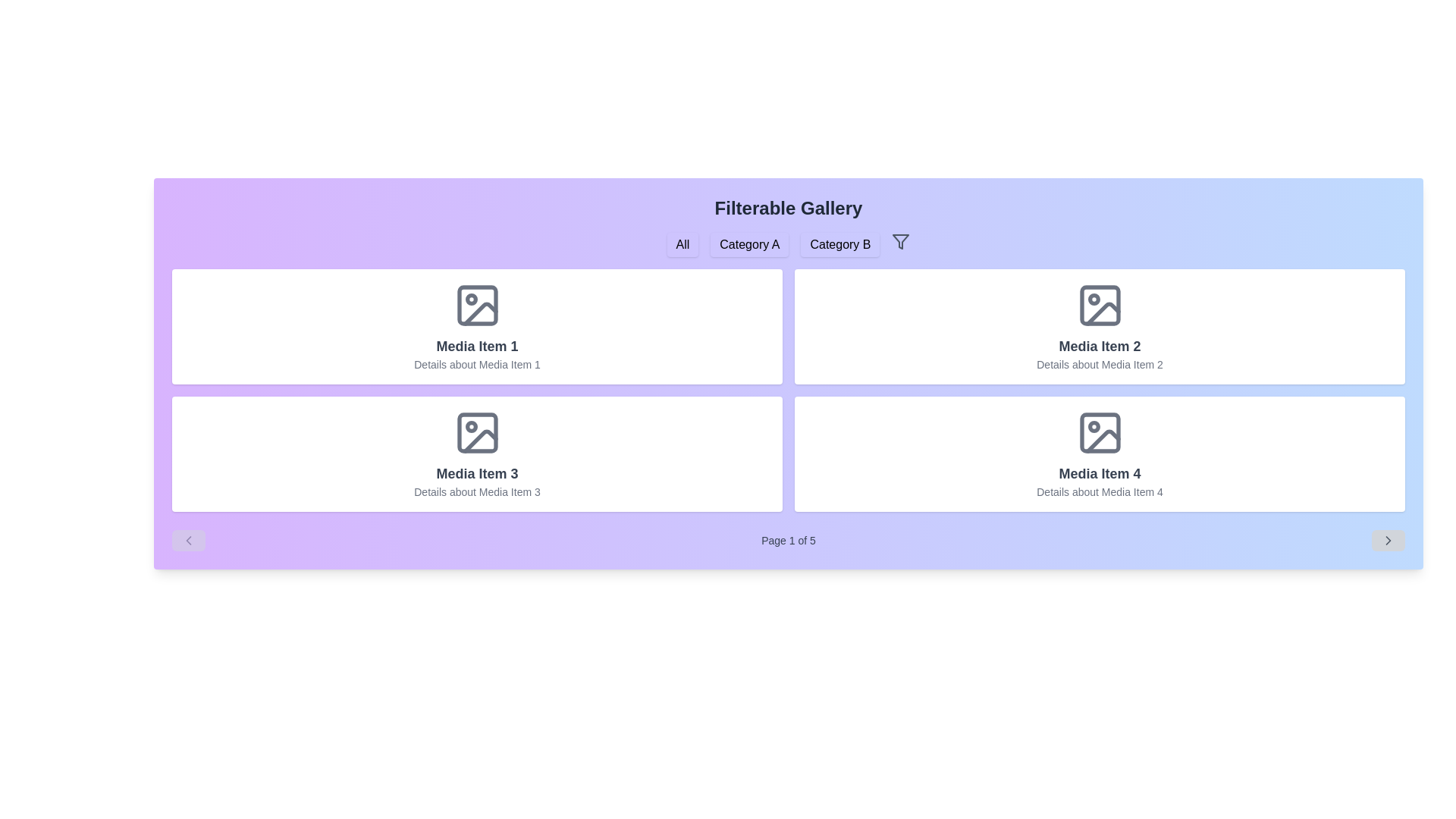 This screenshot has height=819, width=1456. Describe the element at coordinates (476, 346) in the screenshot. I see `the text label 'Media Item 1', which serves as the title of the top-left media card in the grid` at that location.